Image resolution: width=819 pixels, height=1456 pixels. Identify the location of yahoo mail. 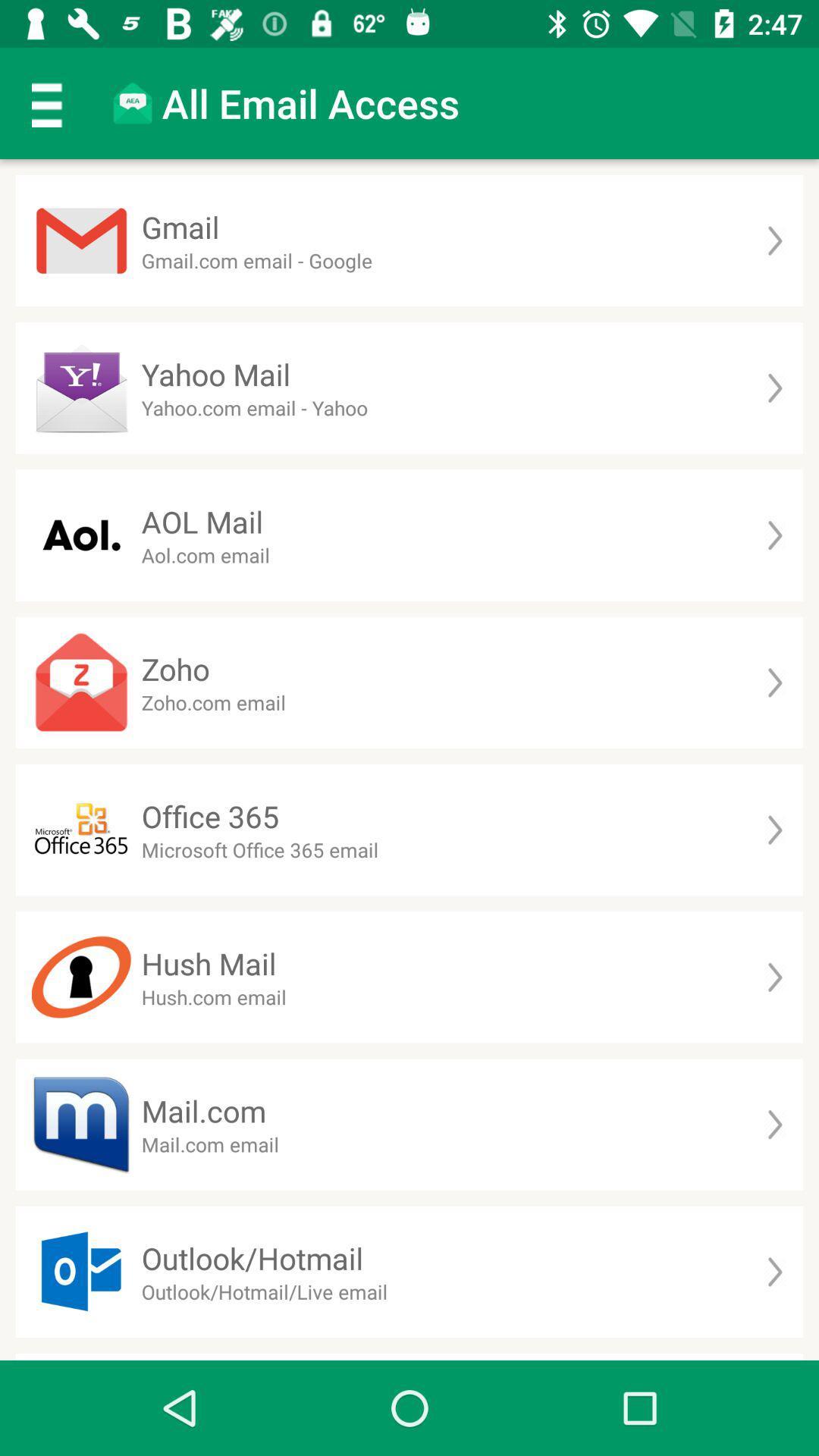
(216, 374).